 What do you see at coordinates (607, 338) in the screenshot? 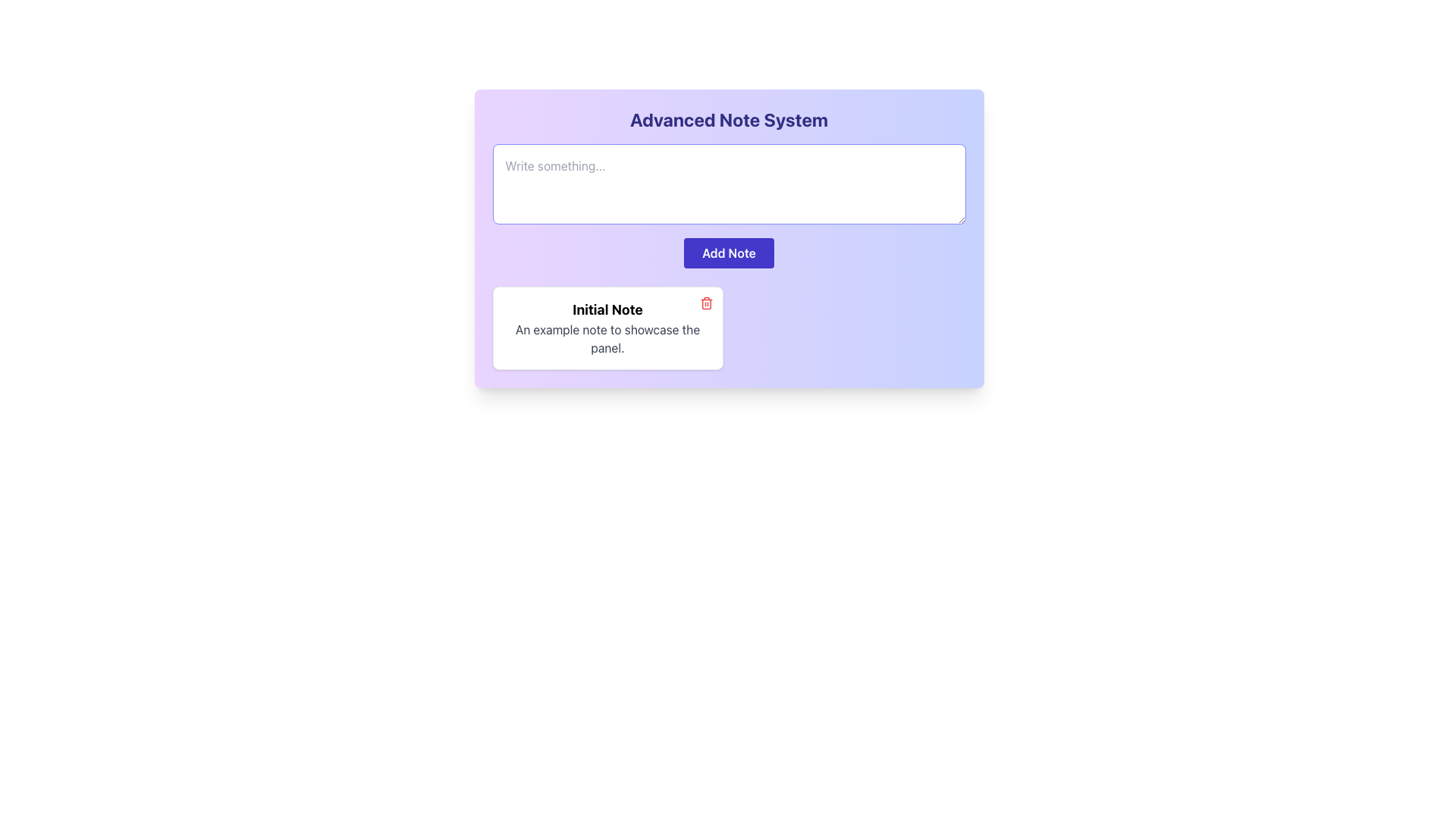
I see `the text label that reads 'An example note` at bounding box center [607, 338].